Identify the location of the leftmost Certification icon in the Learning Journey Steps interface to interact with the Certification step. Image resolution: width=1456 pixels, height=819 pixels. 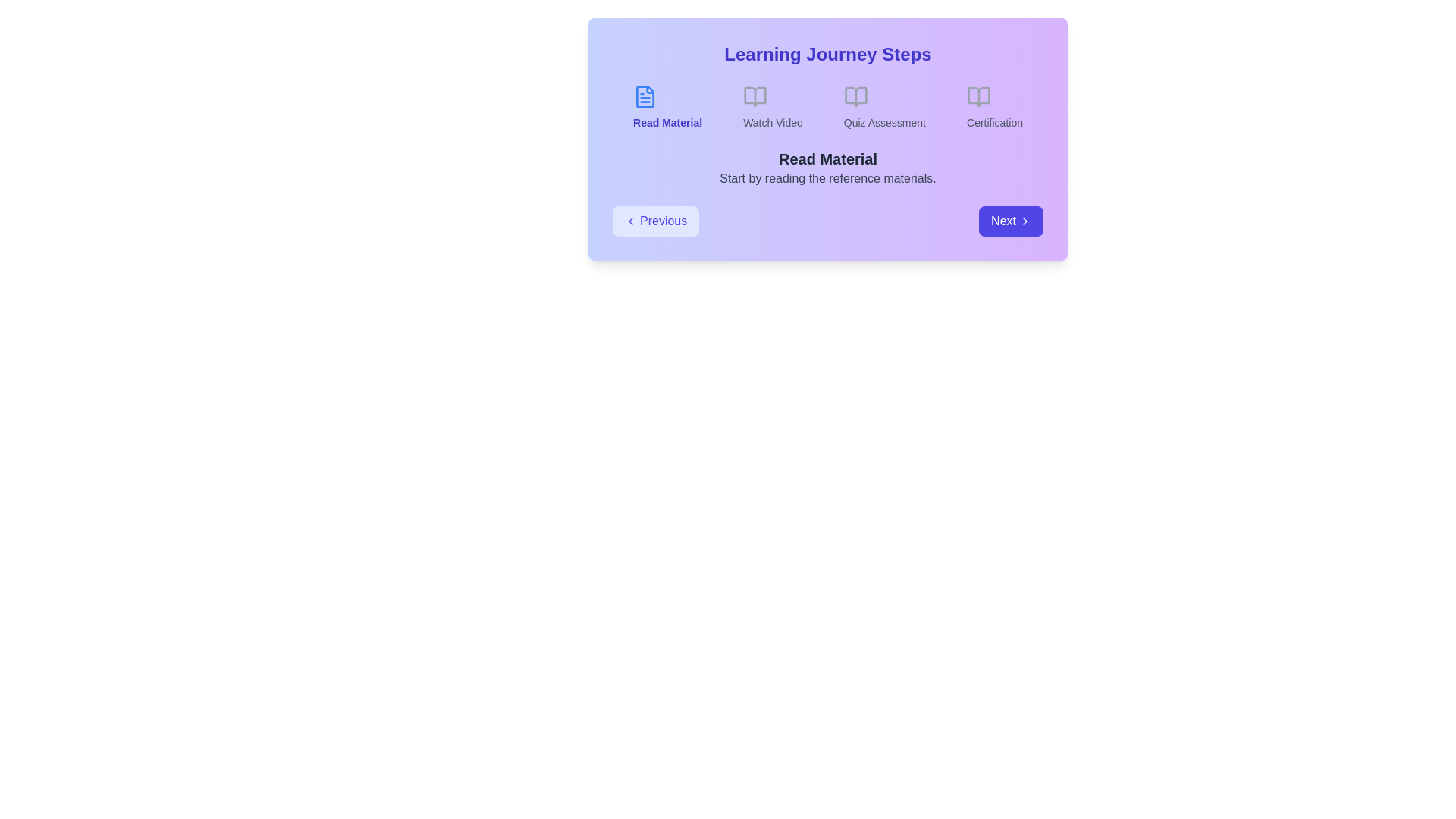
(979, 96).